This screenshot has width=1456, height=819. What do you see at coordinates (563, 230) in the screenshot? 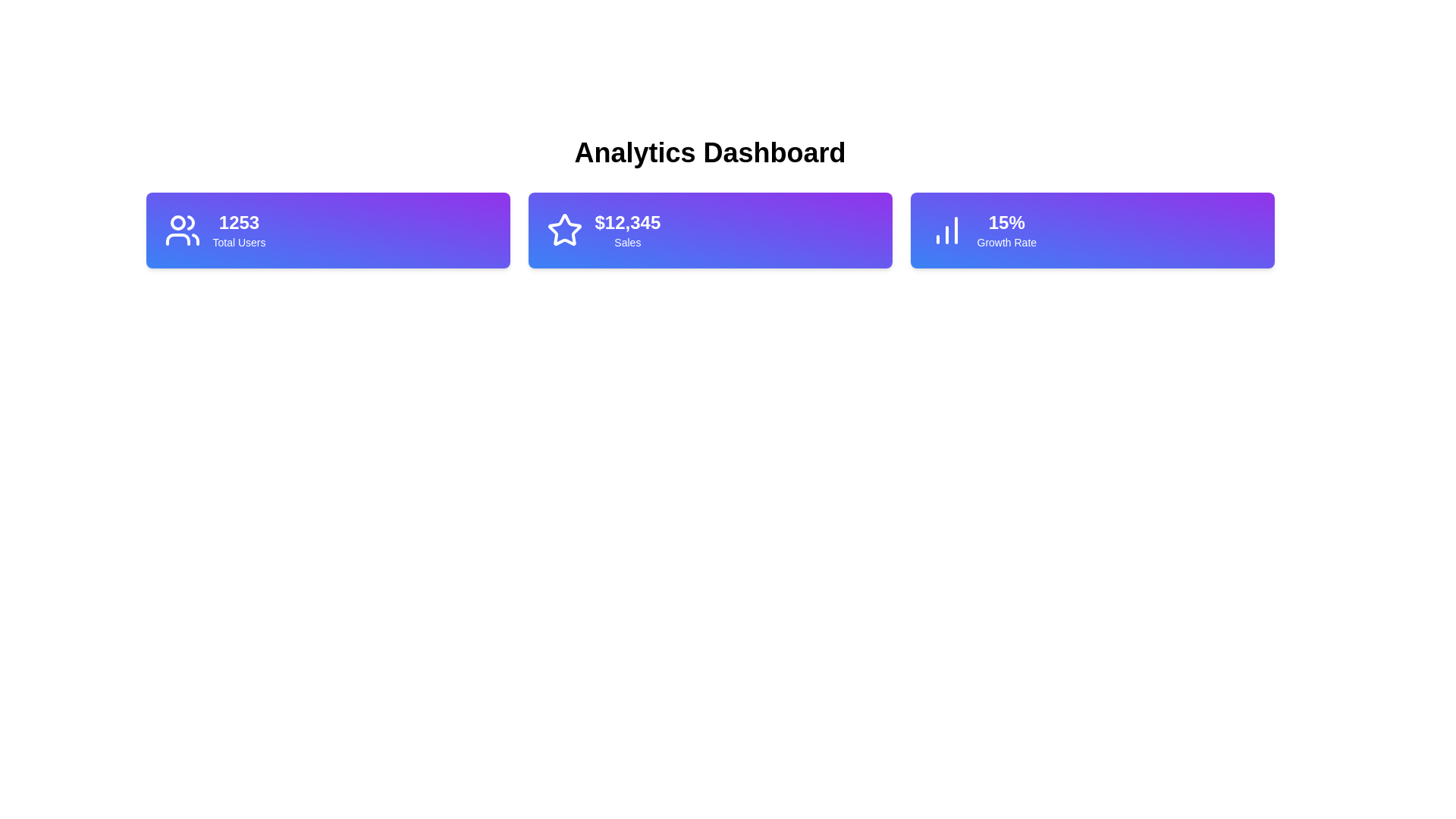
I see `the star-shaped icon with a gradient blue-to-purple background located in the second metric card labeled '$12,345 Sales' on the dashboard` at bounding box center [563, 230].